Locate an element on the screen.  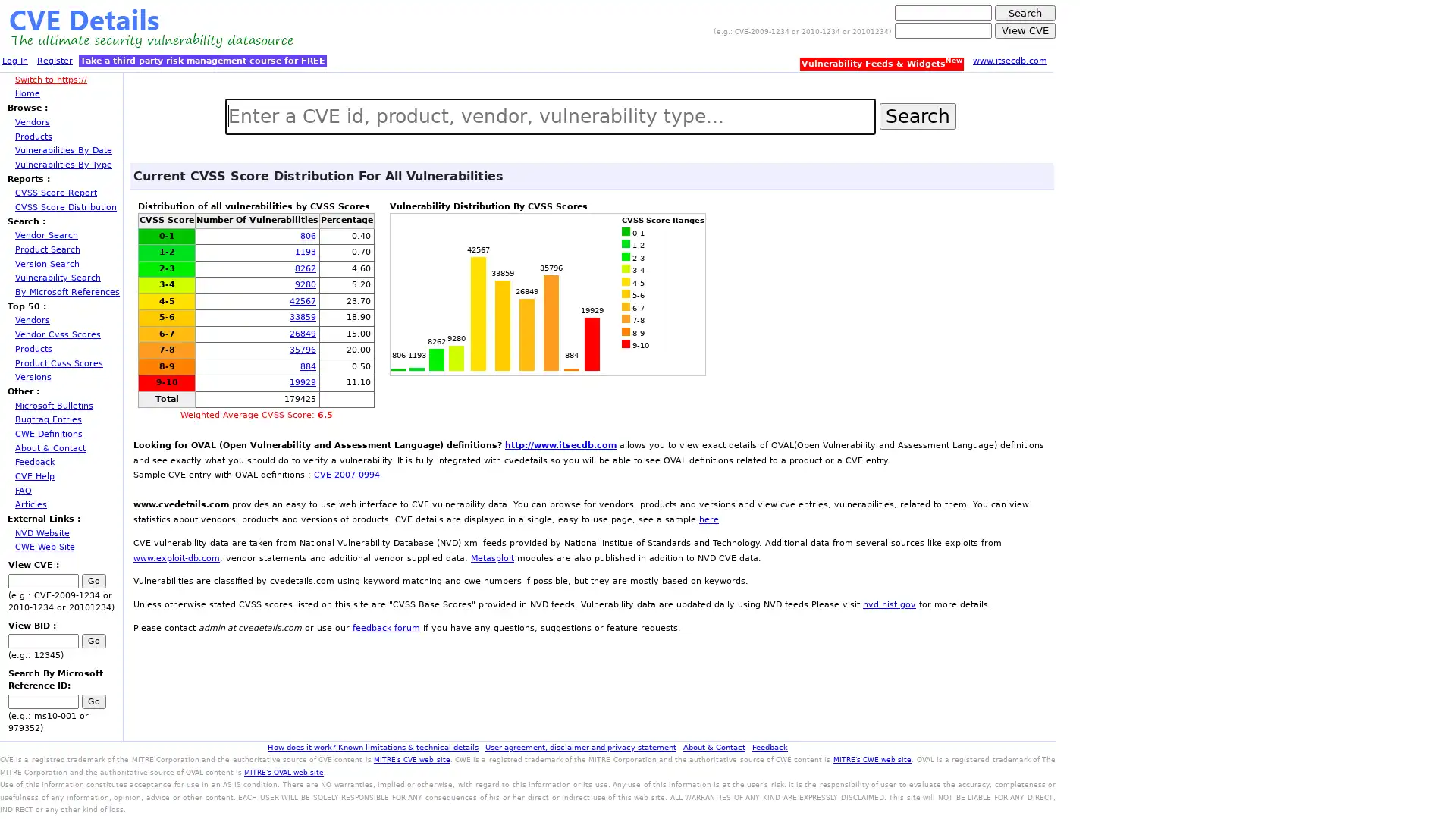
View CVE is located at coordinates (1025, 30).